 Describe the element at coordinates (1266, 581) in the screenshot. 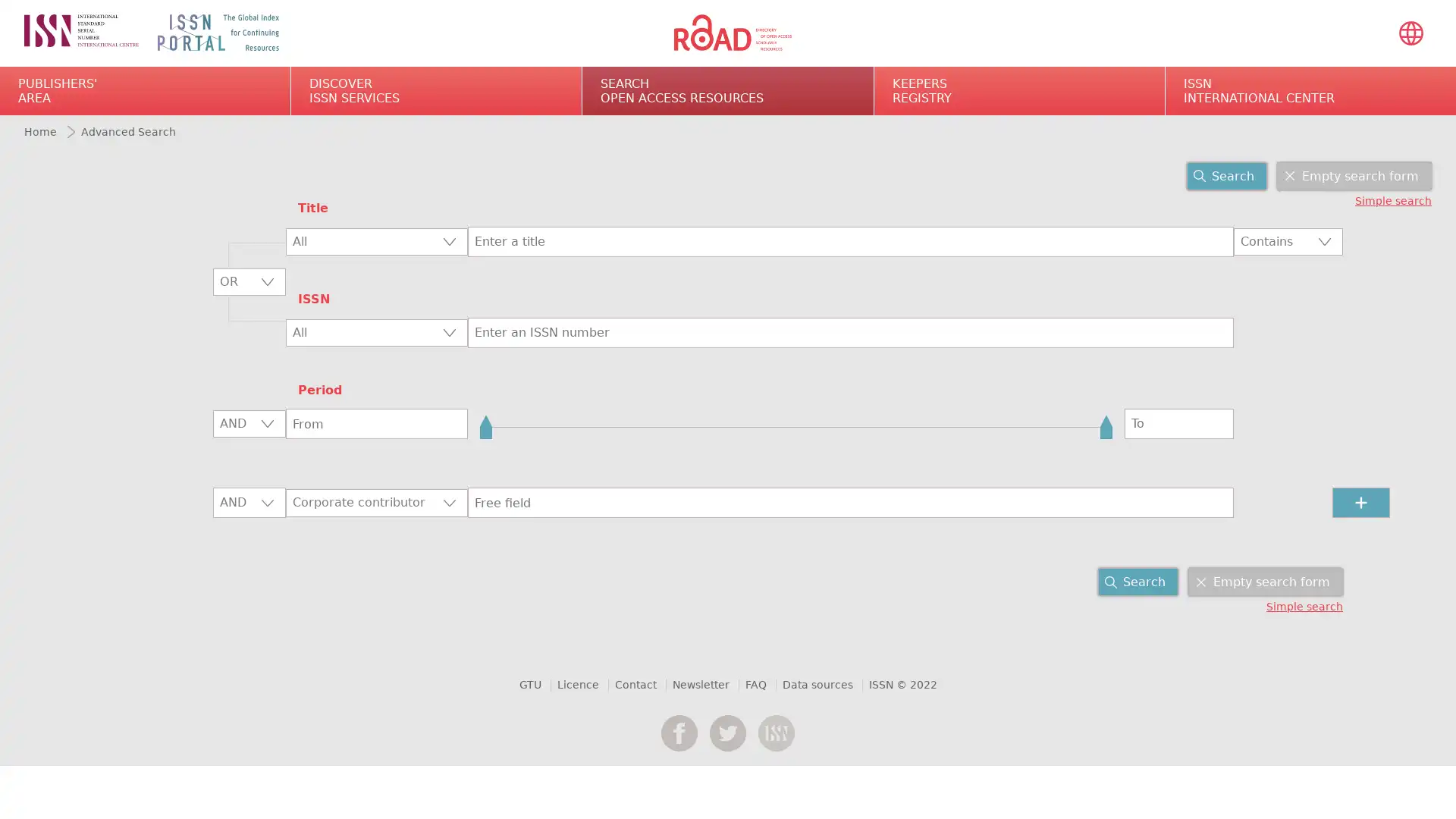

I see `Empty search form` at that location.